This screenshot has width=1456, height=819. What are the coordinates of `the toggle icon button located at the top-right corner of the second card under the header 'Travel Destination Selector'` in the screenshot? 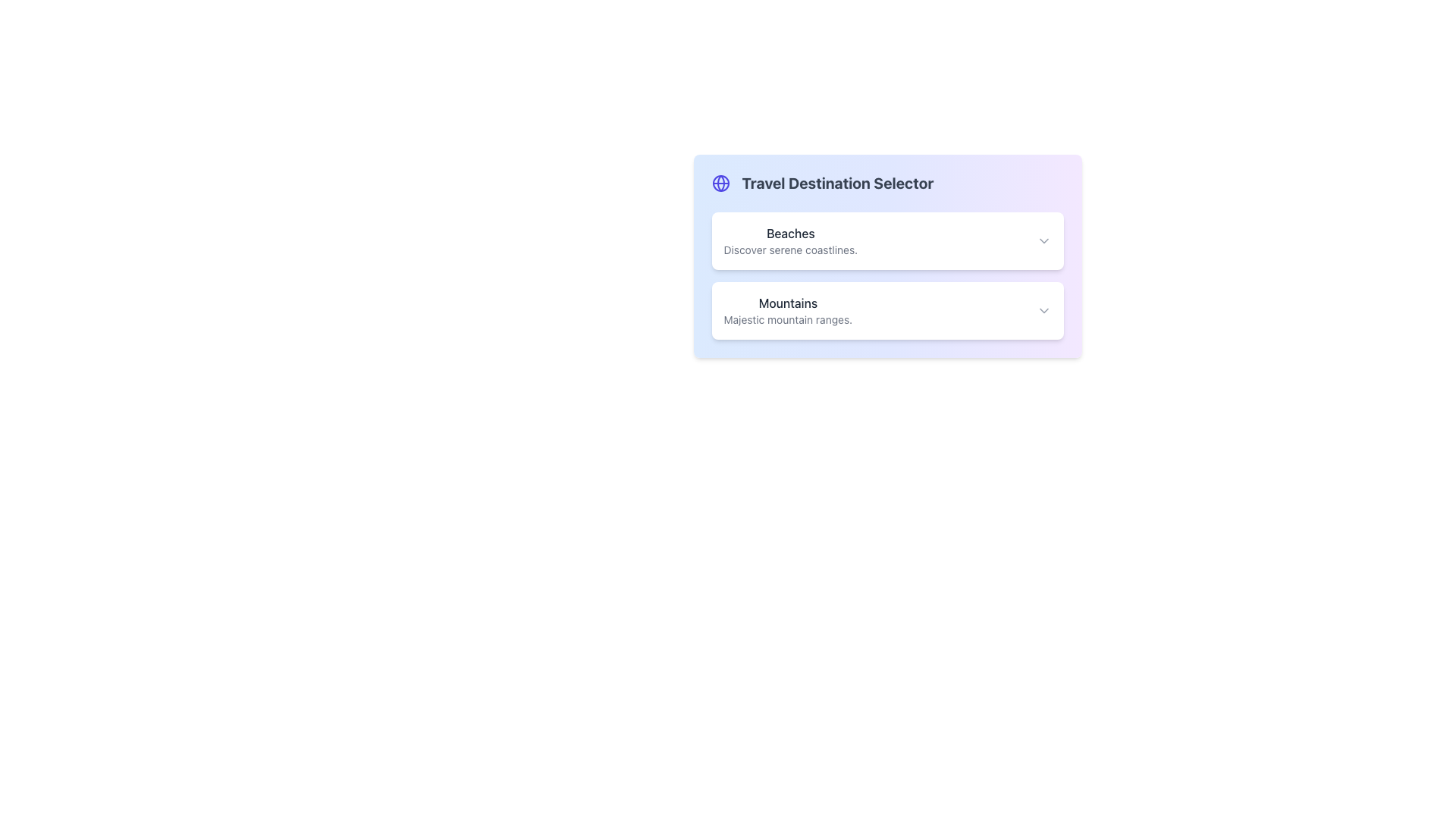 It's located at (1043, 309).